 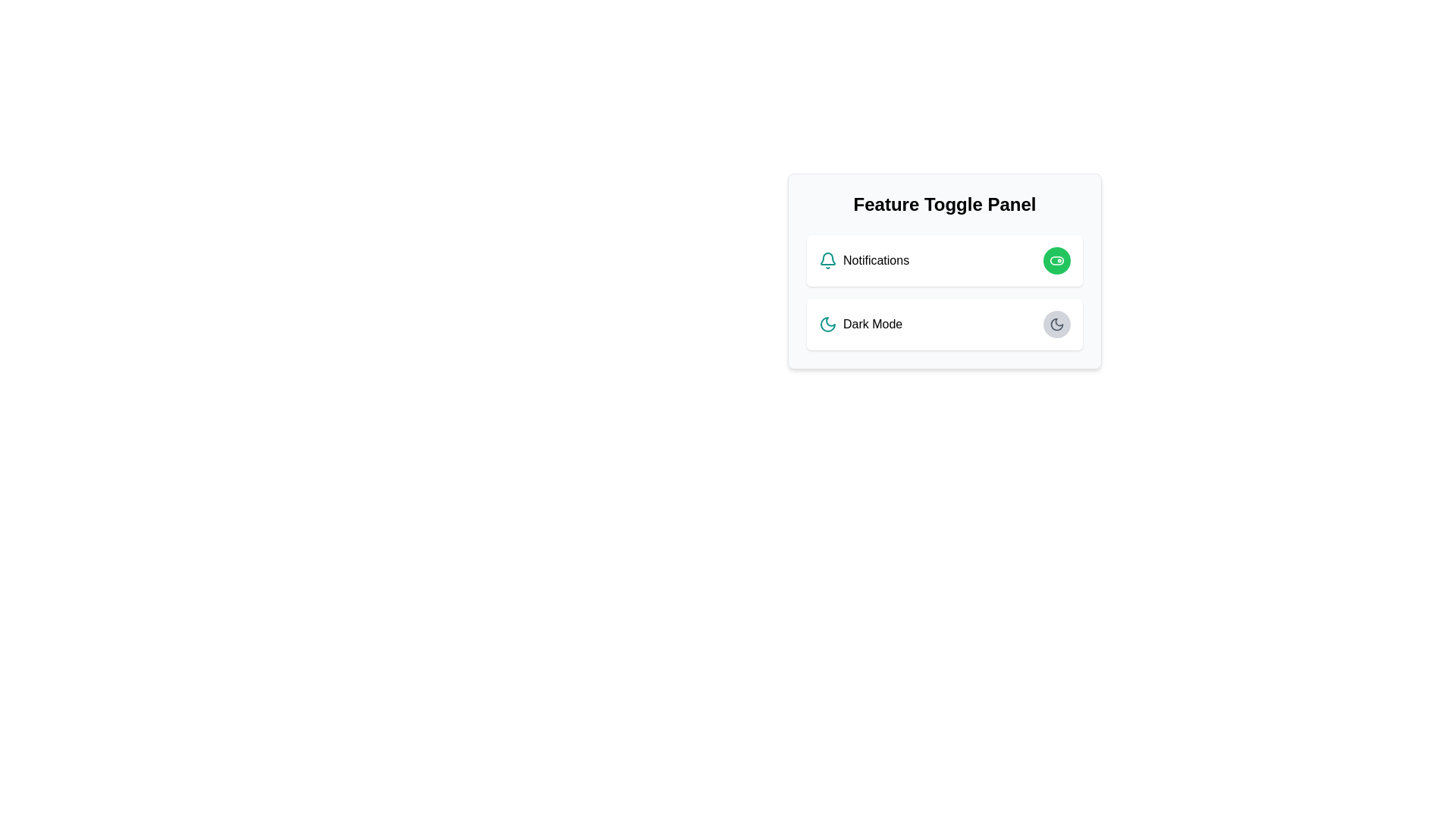 What do you see at coordinates (1056, 259) in the screenshot?
I see `the toggle switch located on the right-hand side of the row labeled 'Notifications' to switch its state` at bounding box center [1056, 259].